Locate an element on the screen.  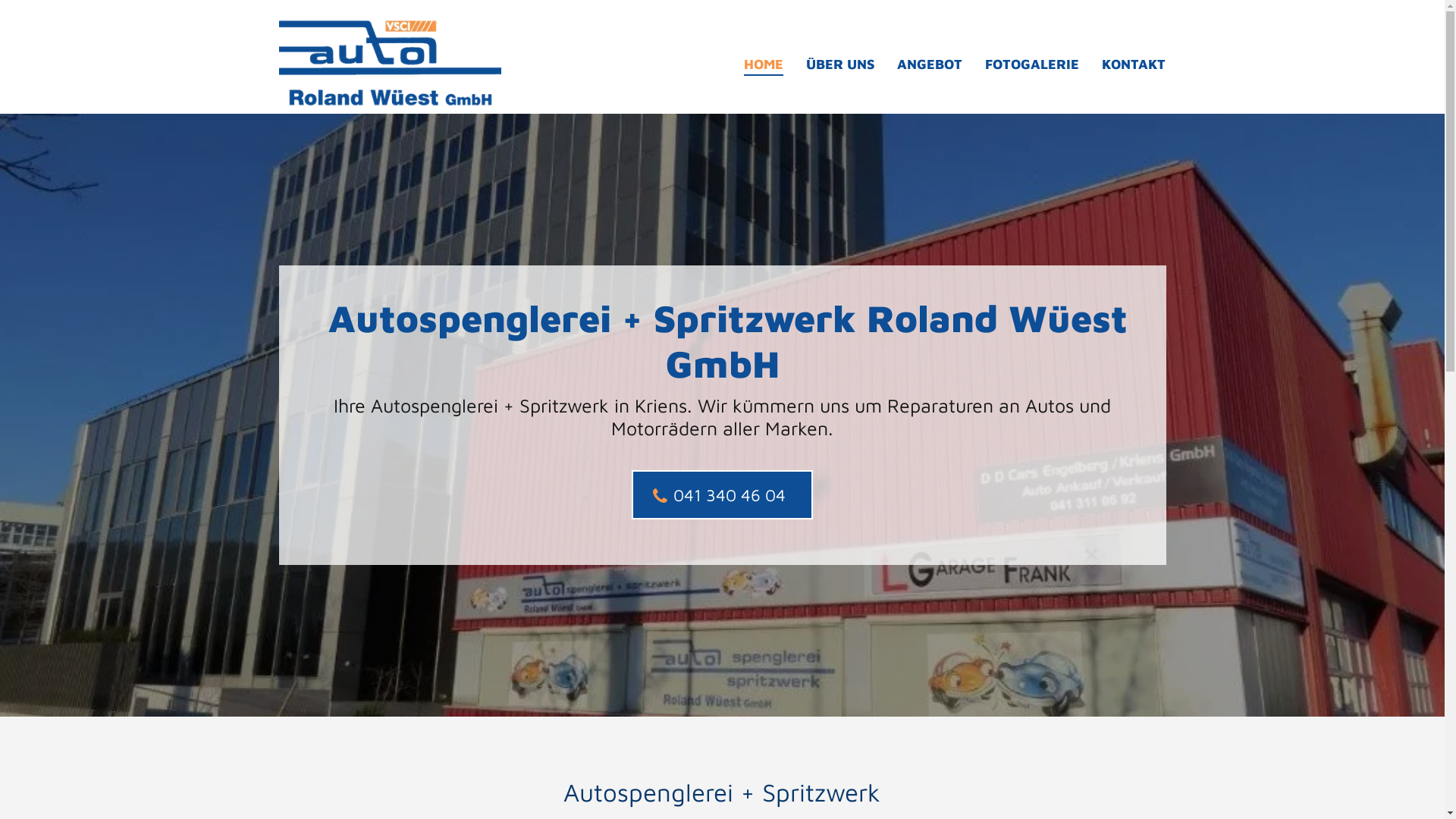
'041 340 46 04' is located at coordinates (721, 494).